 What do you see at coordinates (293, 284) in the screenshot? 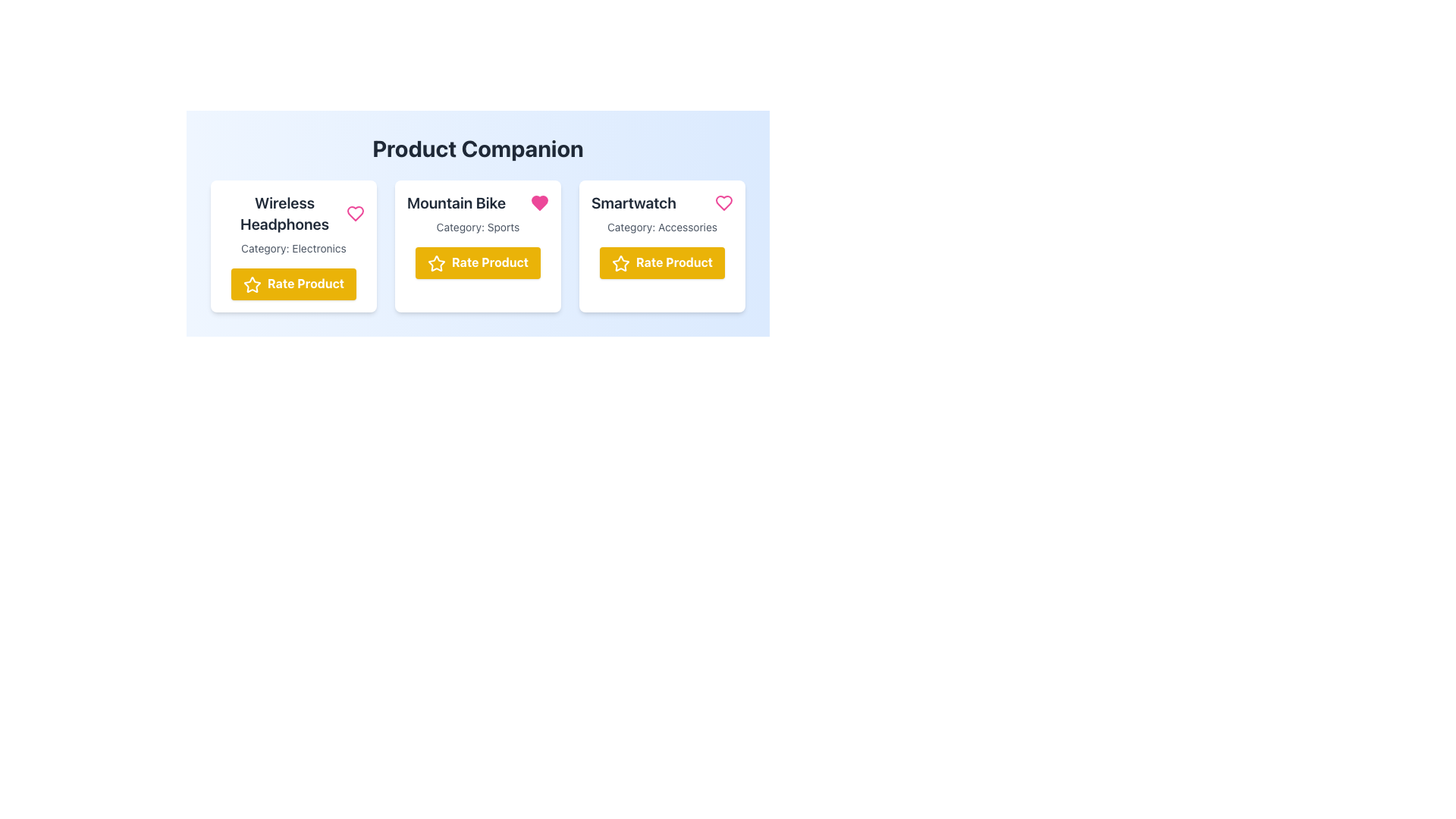
I see `the leftmost button to rate the 'Wireless Headphones' product, which opens a rating interface` at bounding box center [293, 284].